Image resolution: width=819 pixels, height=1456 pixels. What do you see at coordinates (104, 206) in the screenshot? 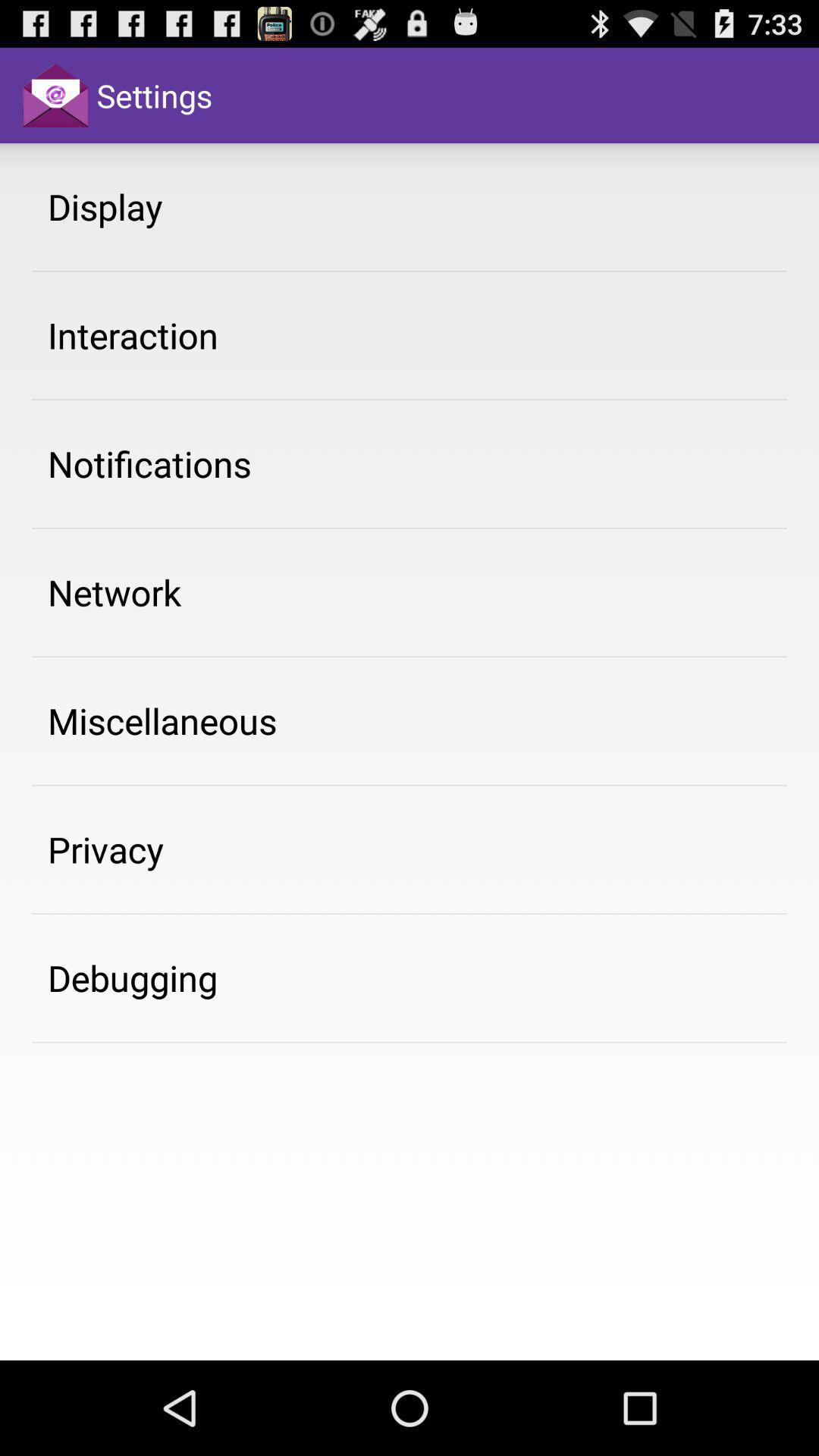
I see `item above interaction app` at bounding box center [104, 206].